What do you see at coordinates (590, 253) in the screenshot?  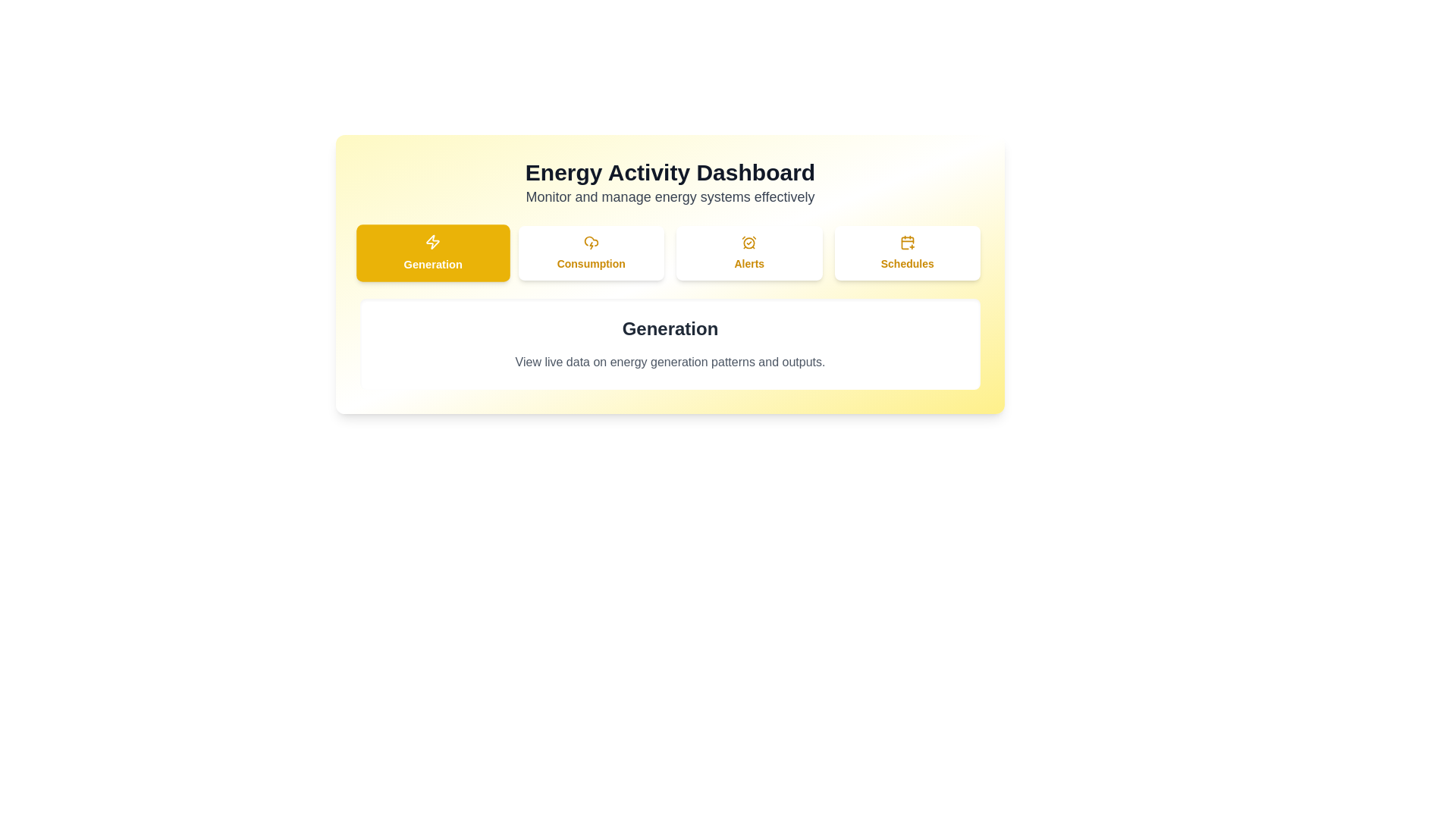 I see `the Consumption tab to view its content` at bounding box center [590, 253].